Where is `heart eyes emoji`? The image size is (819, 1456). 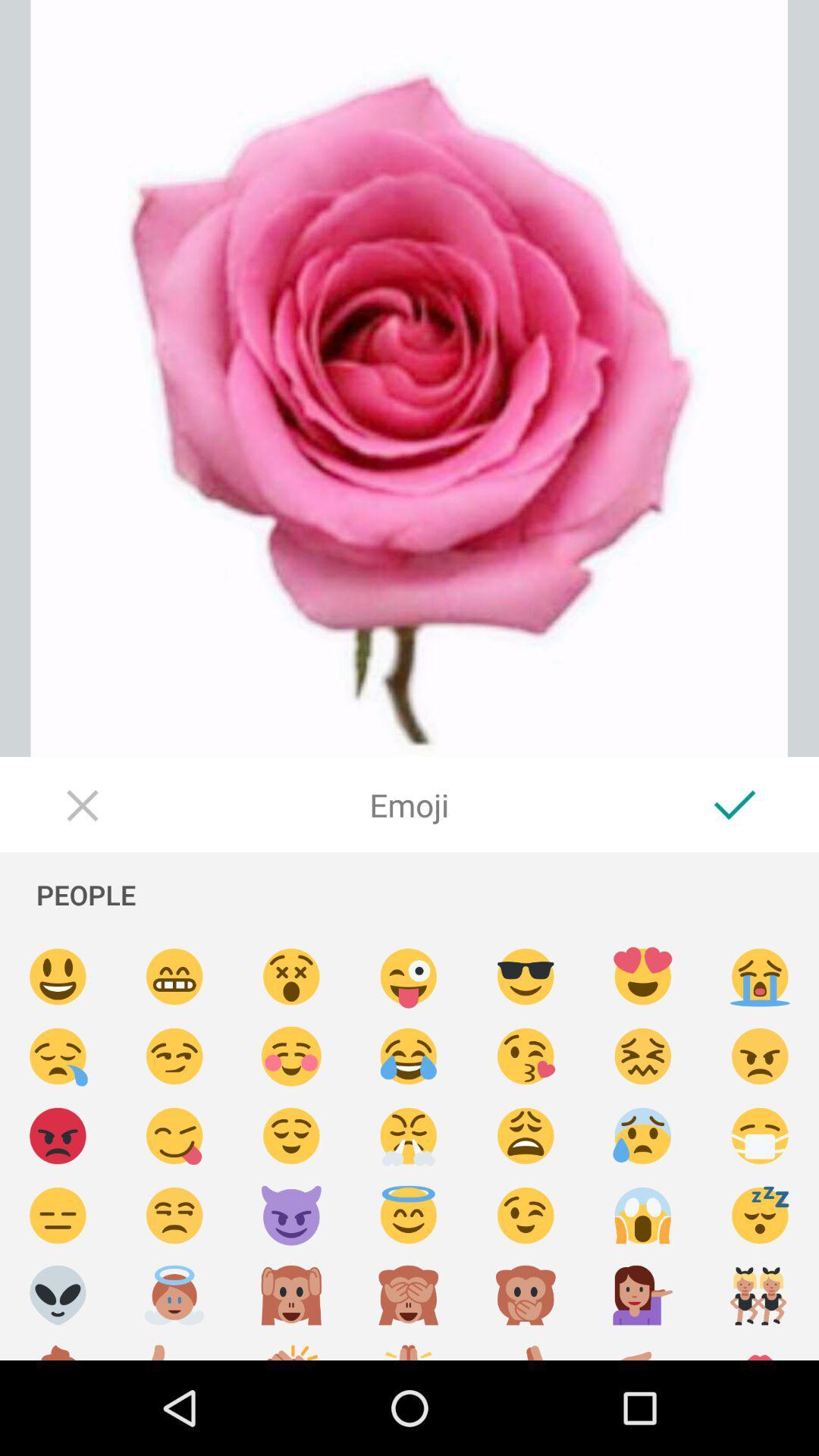
heart eyes emoji is located at coordinates (643, 977).